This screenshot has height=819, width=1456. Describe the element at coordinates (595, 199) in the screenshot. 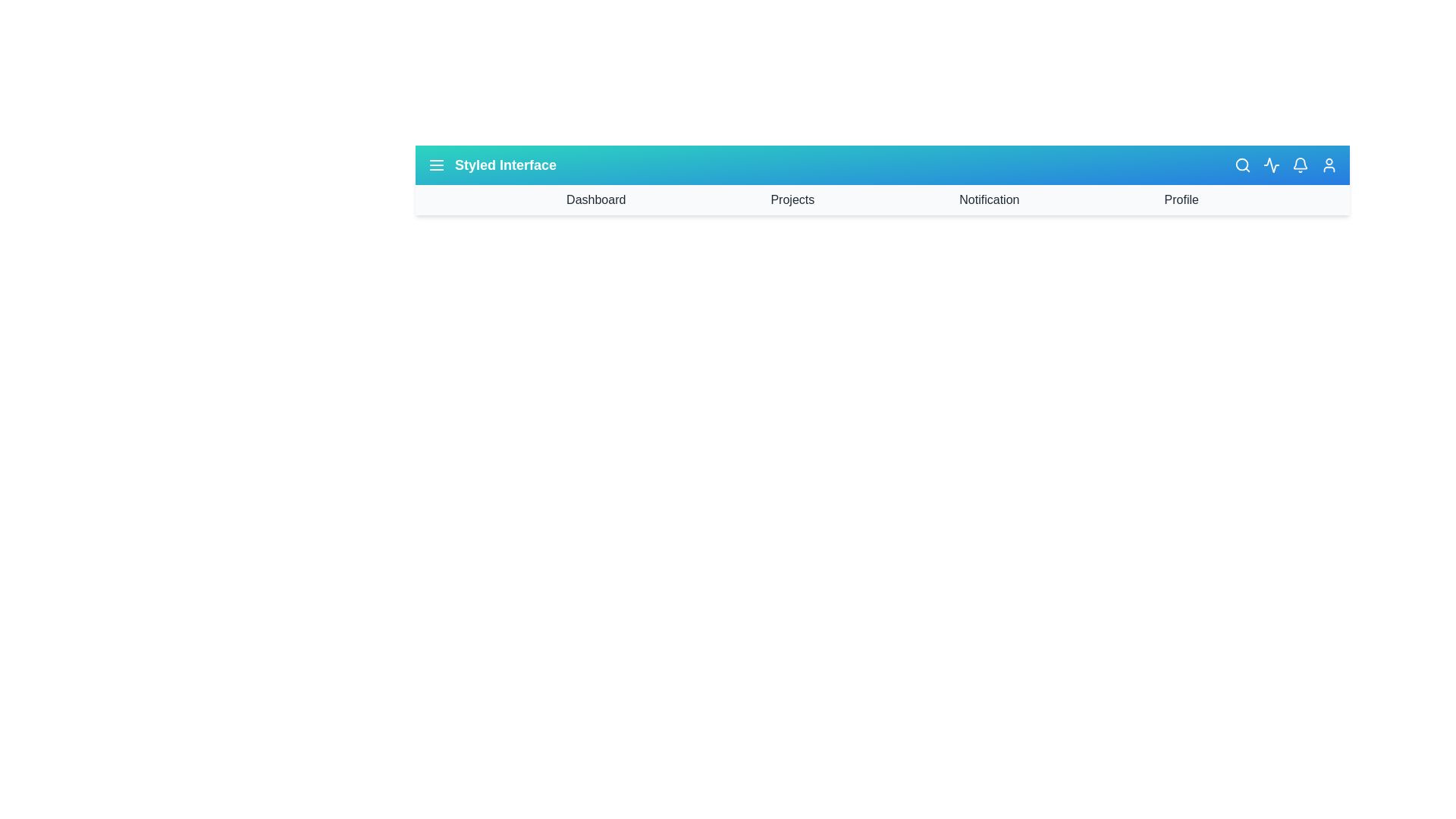

I see `the navigation item Dashboard` at that location.